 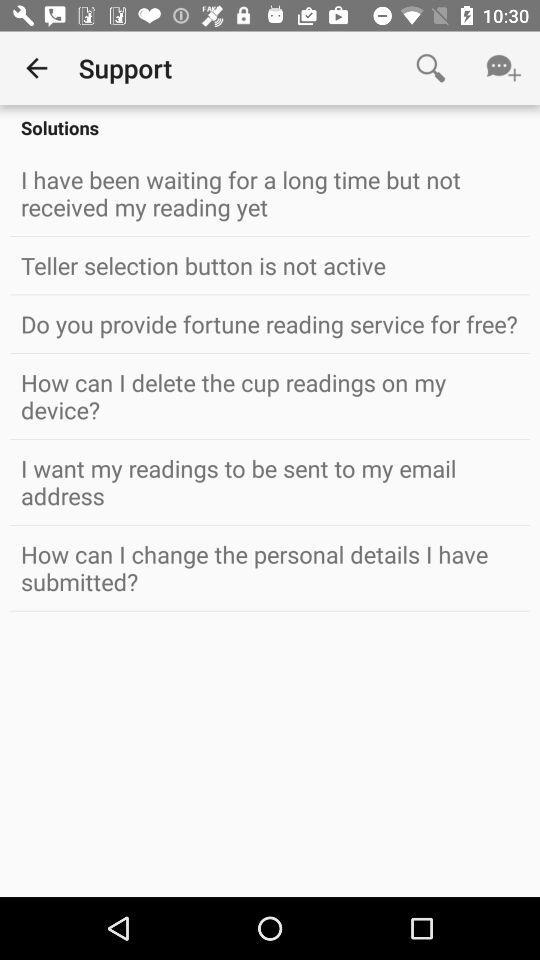 I want to click on the search option, so click(x=429, y=68).